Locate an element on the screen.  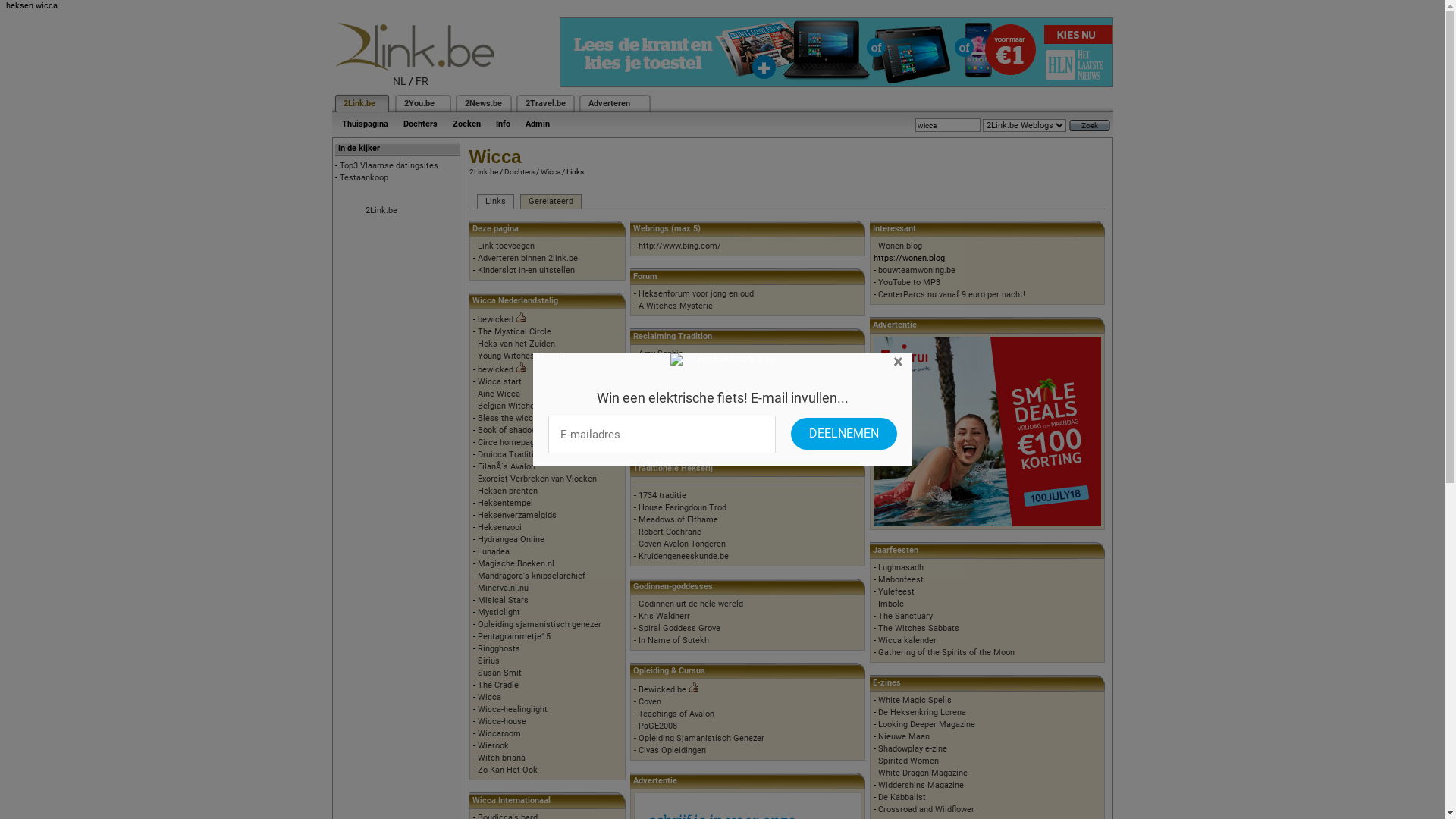
'Dochters' is located at coordinates (420, 123).